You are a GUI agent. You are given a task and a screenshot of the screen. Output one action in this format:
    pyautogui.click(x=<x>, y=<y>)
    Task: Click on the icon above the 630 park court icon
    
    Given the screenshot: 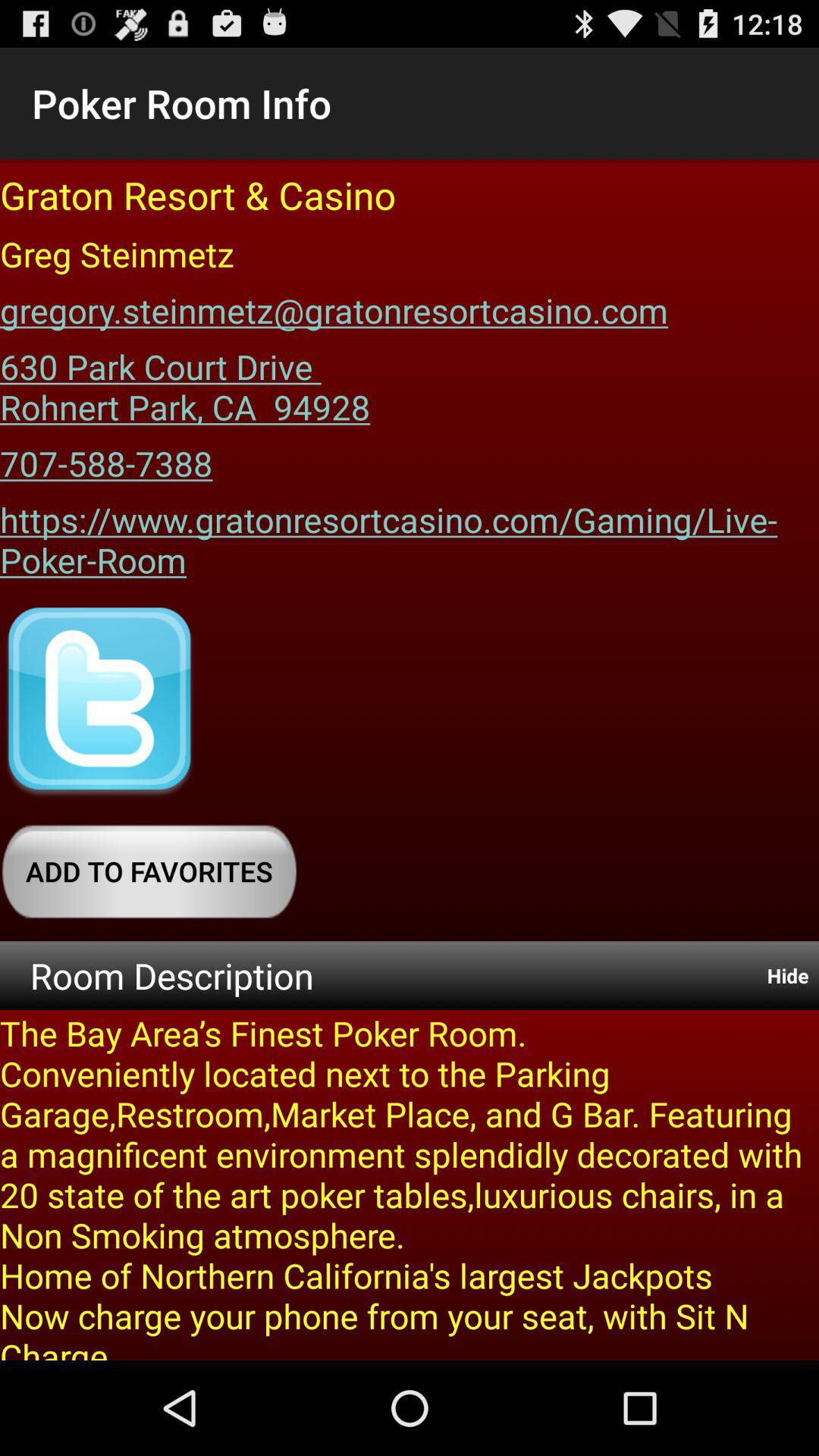 What is the action you would take?
    pyautogui.click(x=333, y=304)
    